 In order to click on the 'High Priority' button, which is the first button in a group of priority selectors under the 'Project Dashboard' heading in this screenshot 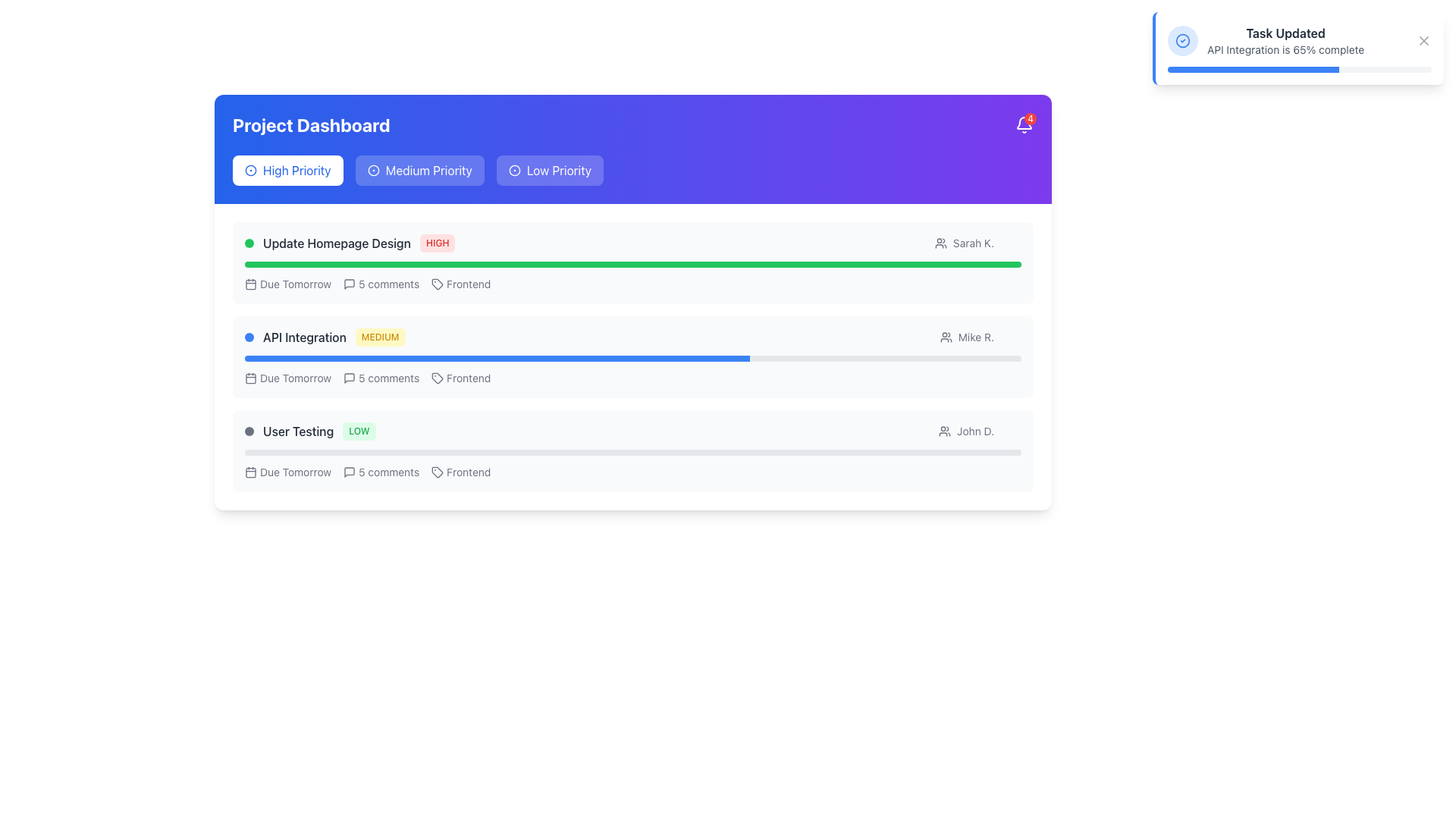, I will do `click(287, 170)`.